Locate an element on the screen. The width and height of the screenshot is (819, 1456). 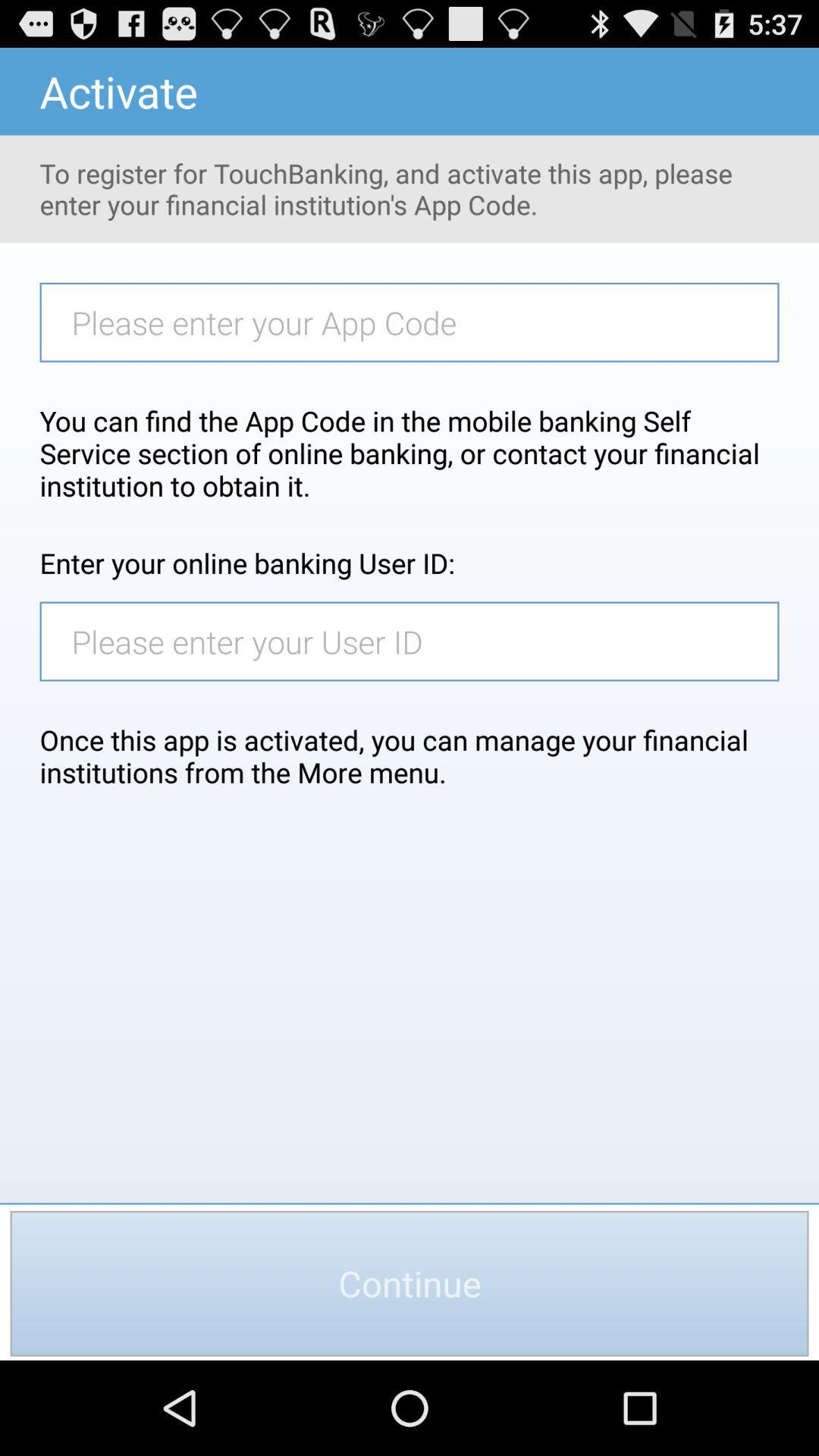
item below to register for item is located at coordinates (417, 322).